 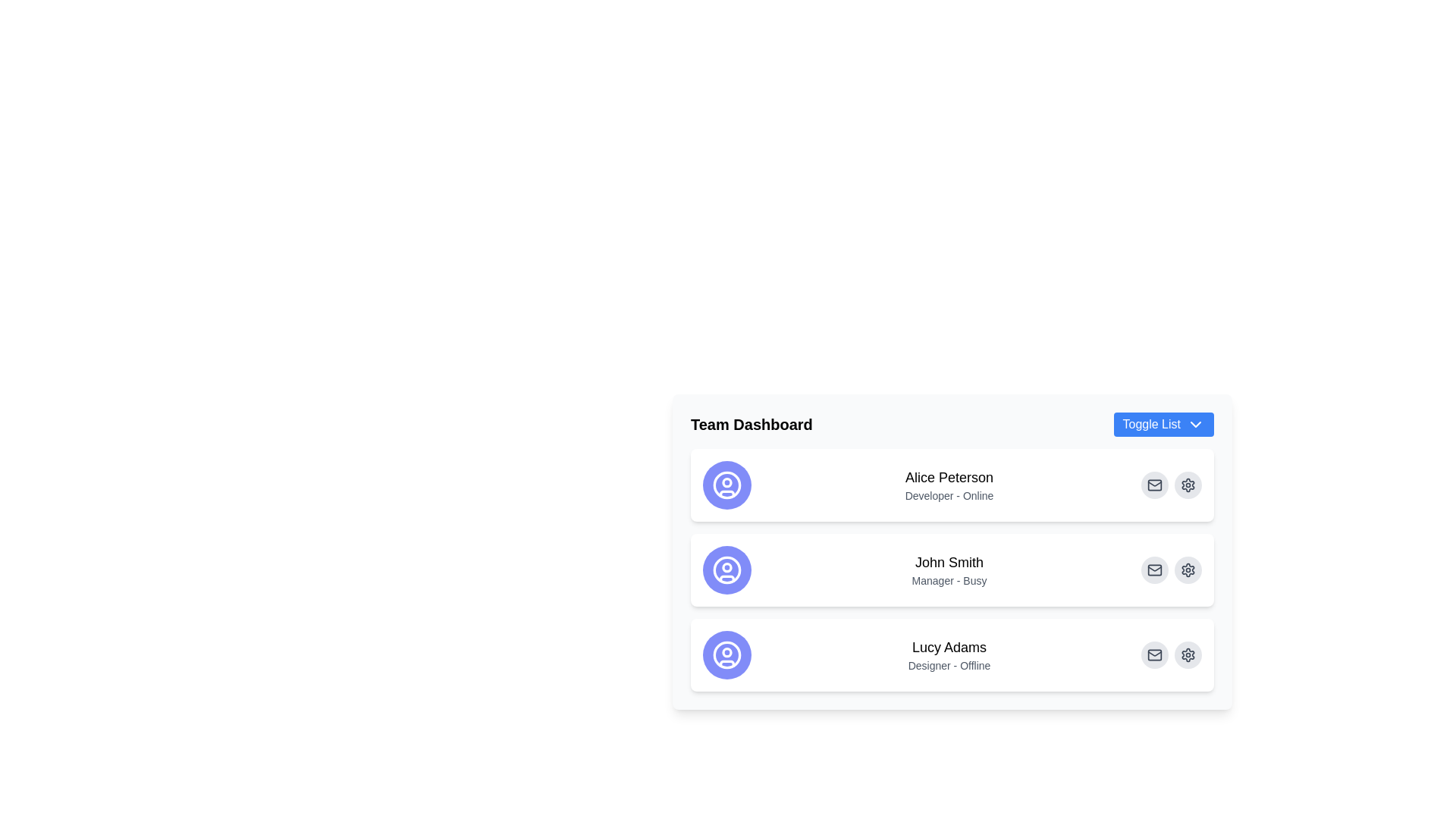 I want to click on the second circular icon representing the user 'John Smith' in the team dashboard user list, so click(x=726, y=570).